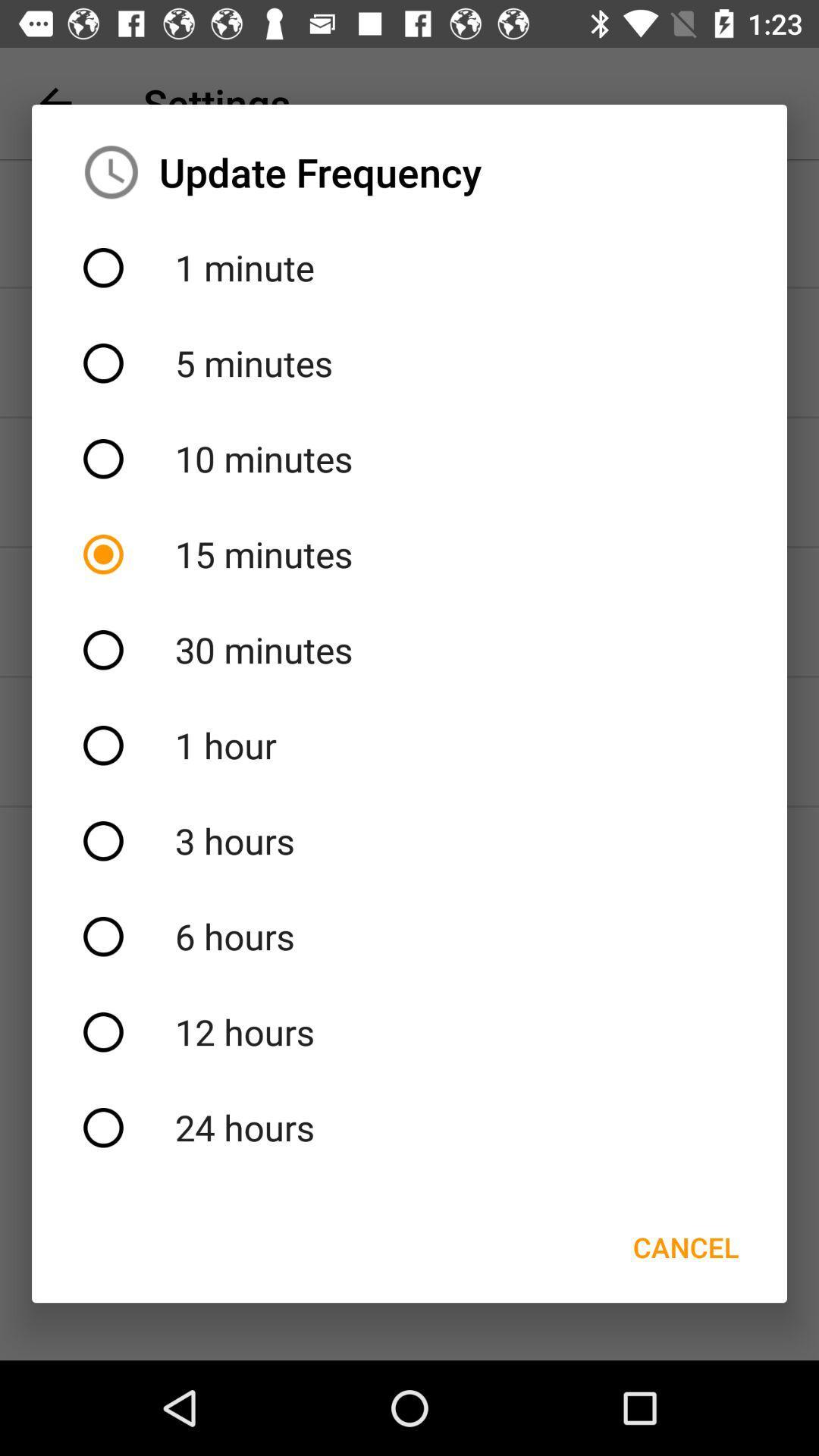  I want to click on the icon above 1 hour icon, so click(409, 650).